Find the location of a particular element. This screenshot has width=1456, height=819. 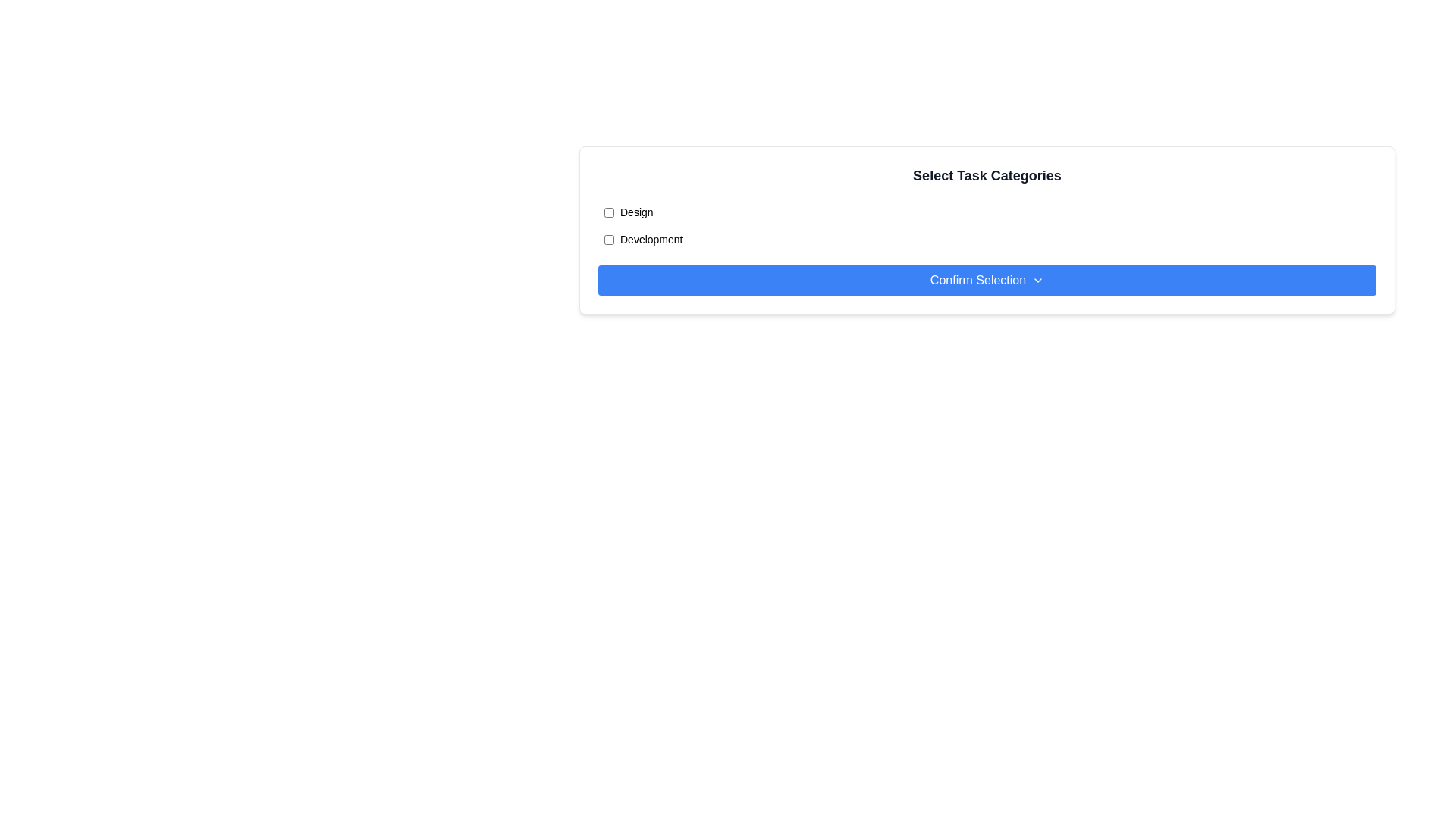

the chevron-down icon located inside the 'Confirm Selection' button, positioned near the right end of the button is located at coordinates (1037, 281).